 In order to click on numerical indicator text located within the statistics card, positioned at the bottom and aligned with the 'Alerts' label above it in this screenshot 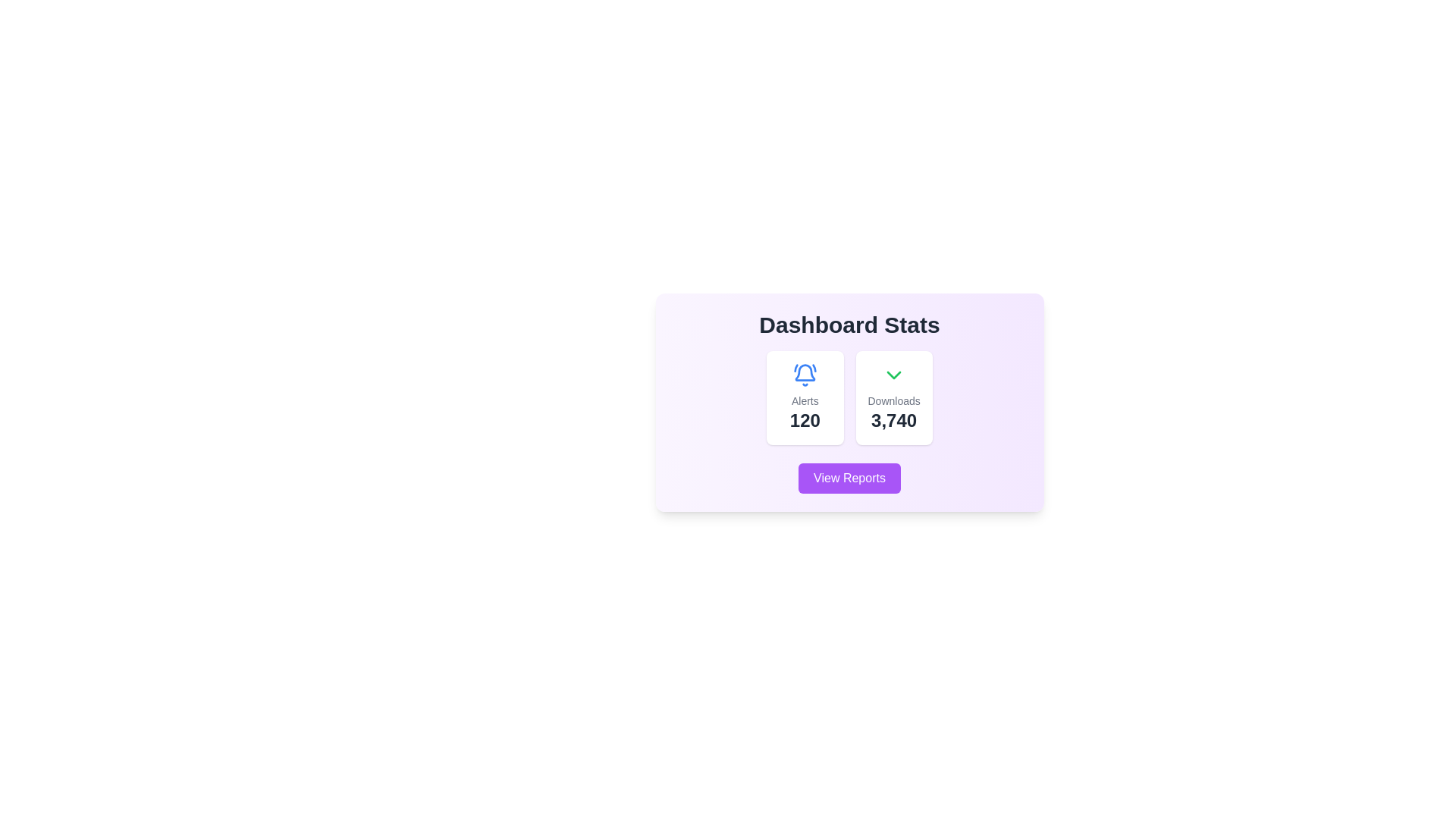, I will do `click(804, 421)`.